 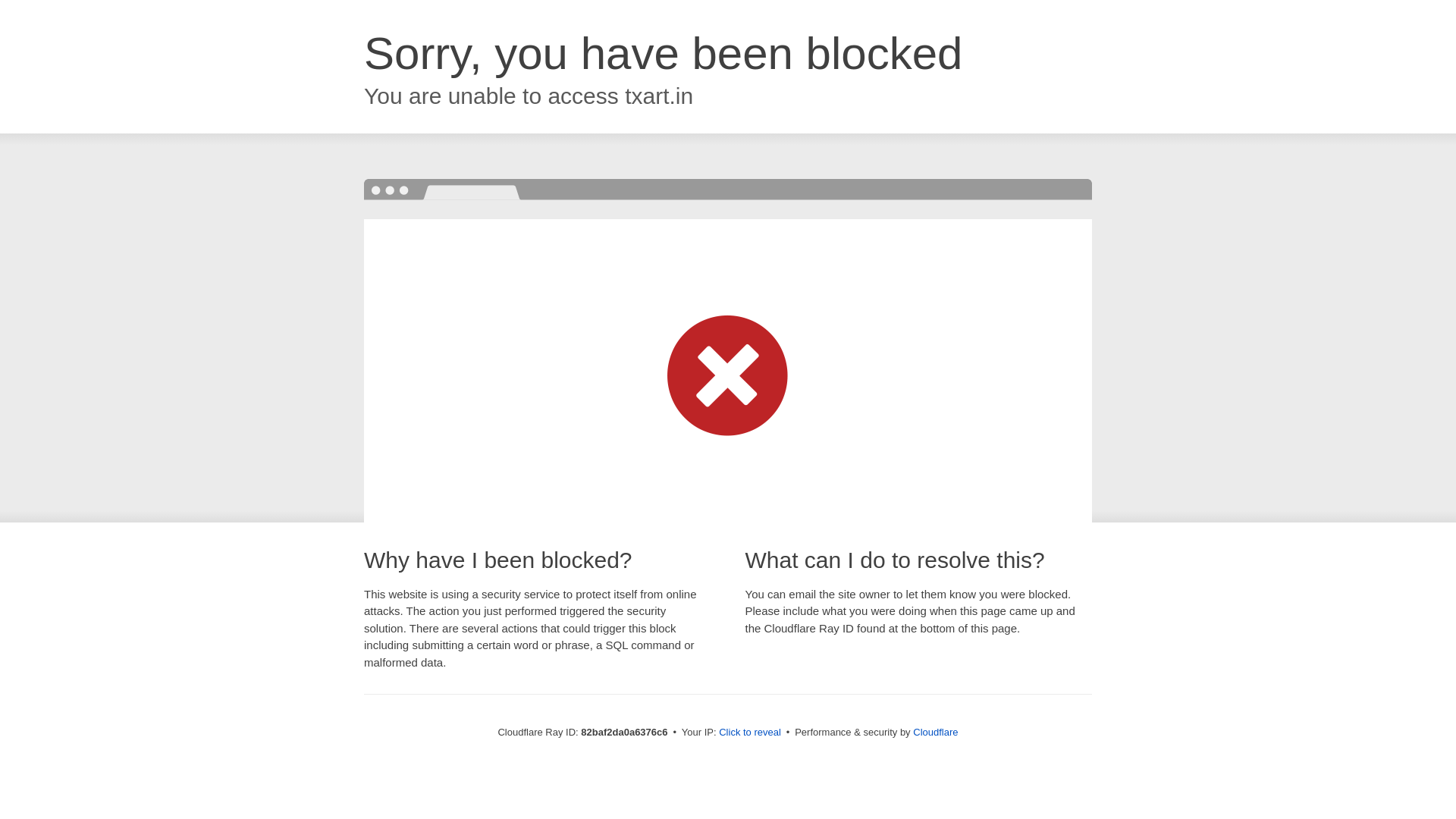 I want to click on 'Click to reveal', so click(x=749, y=731).